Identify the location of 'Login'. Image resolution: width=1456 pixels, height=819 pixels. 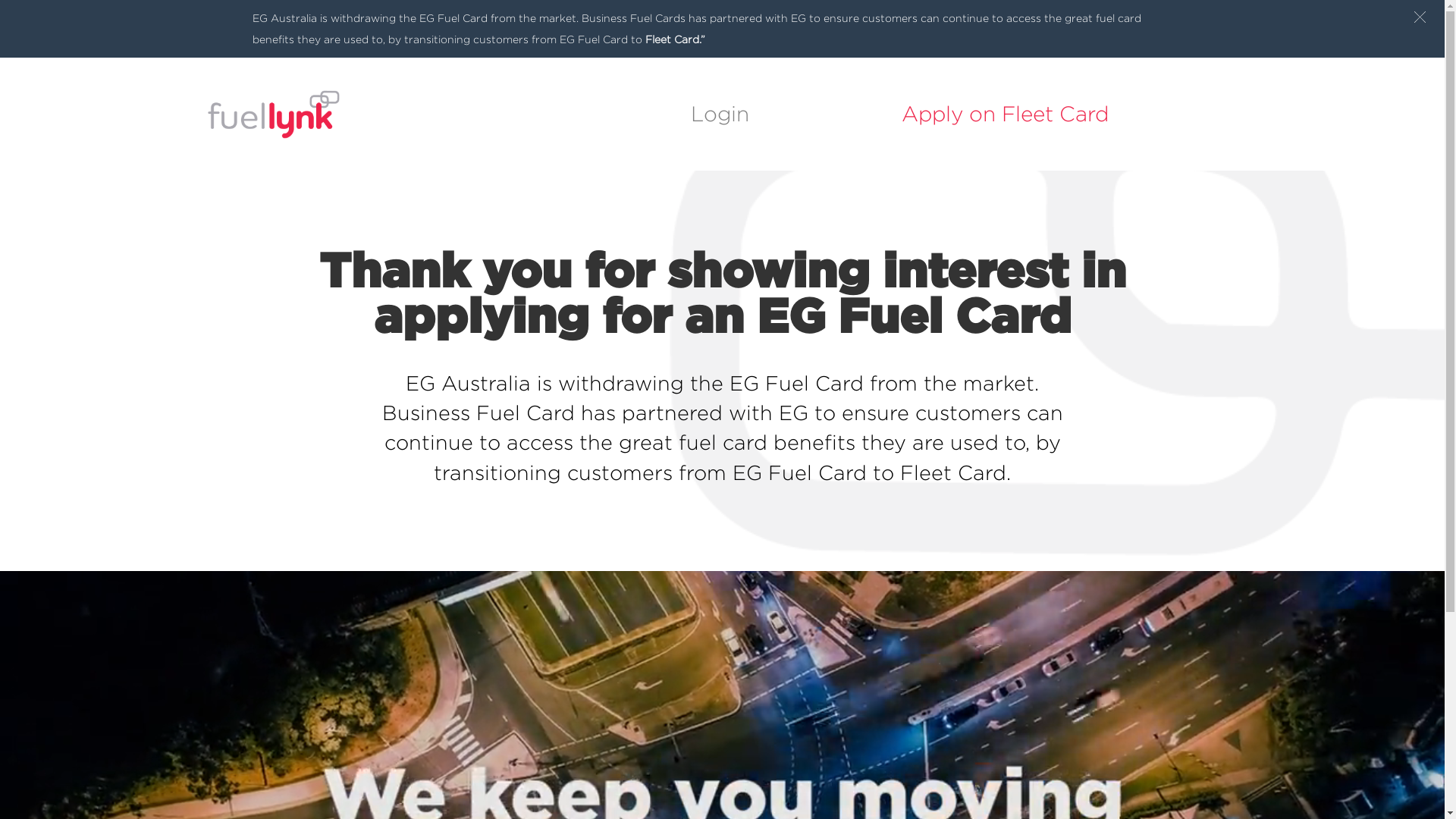
(719, 113).